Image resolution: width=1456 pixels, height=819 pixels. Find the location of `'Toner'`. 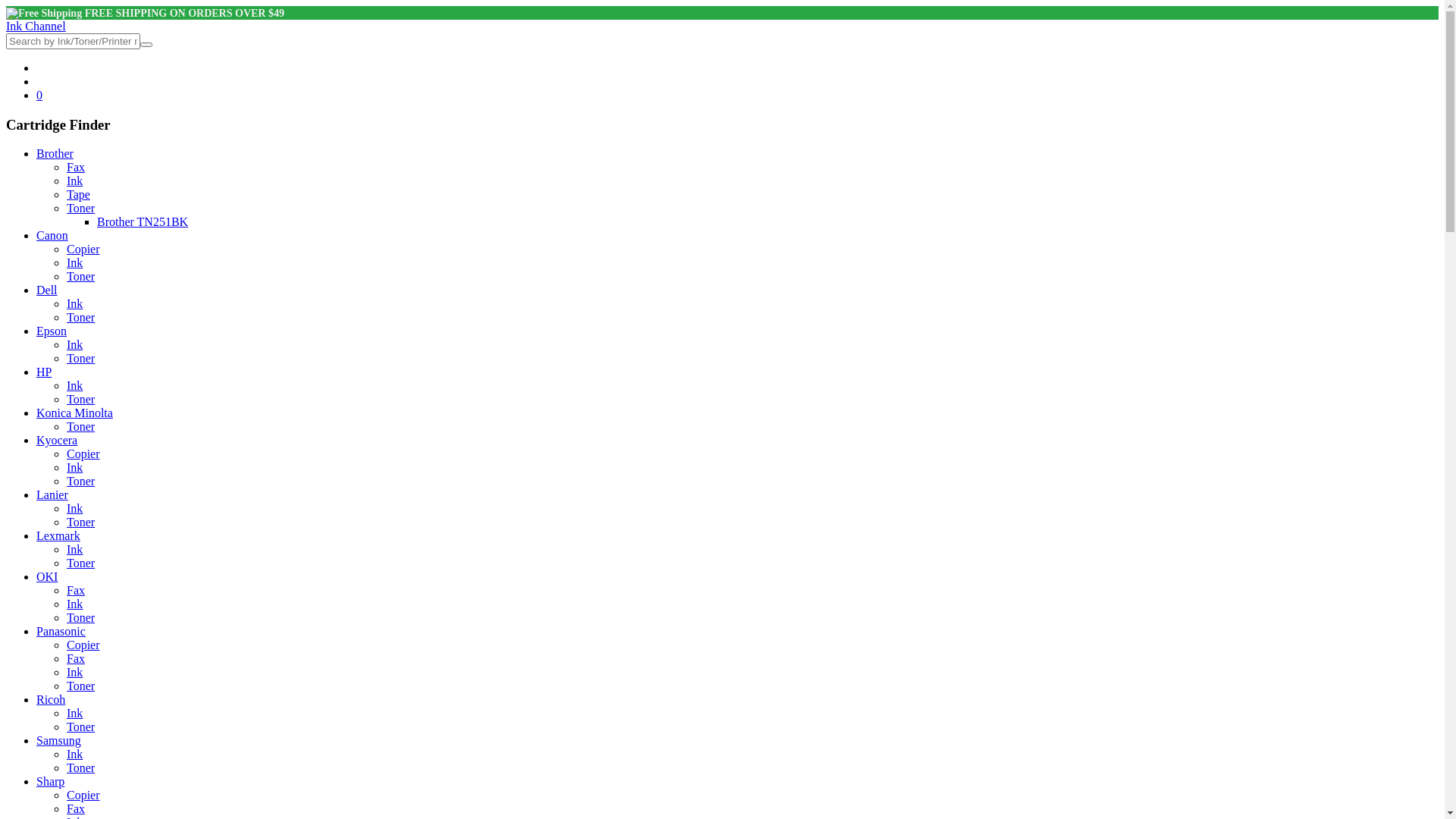

'Toner' is located at coordinates (80, 208).